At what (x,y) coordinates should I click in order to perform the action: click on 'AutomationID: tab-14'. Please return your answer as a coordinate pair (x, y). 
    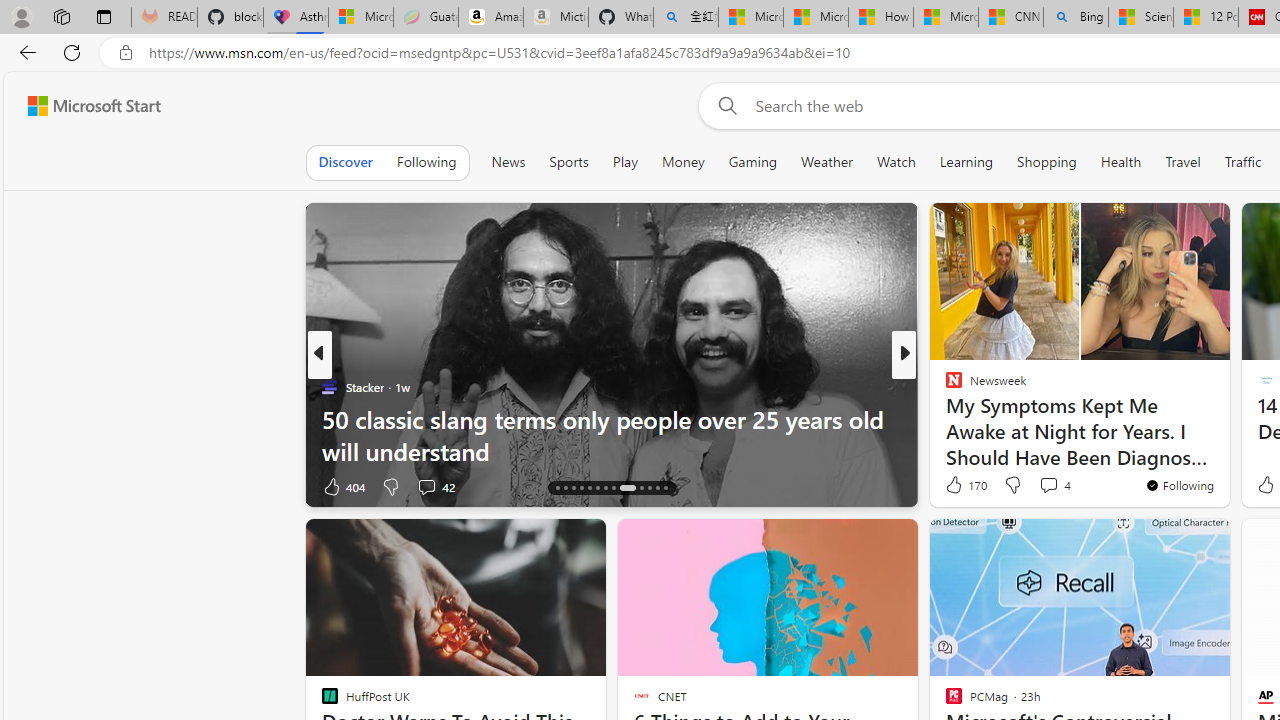
    Looking at the image, I should click on (557, 488).